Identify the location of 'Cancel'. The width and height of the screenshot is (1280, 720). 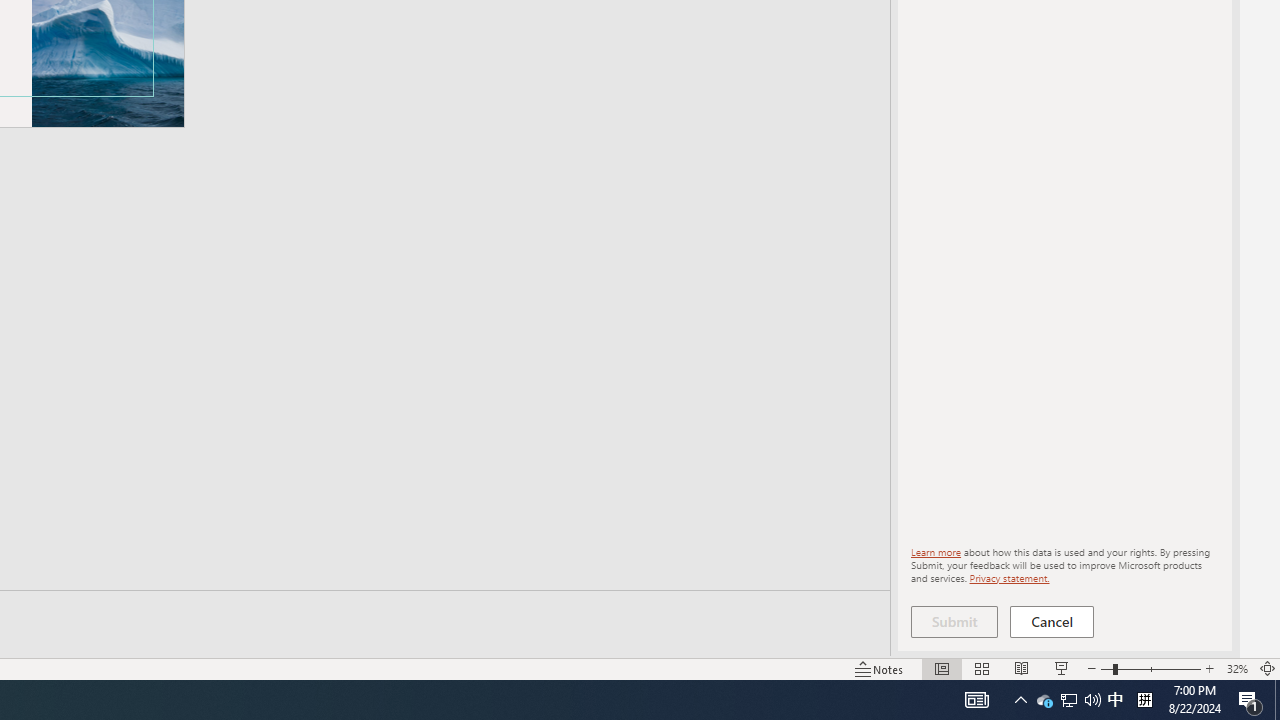
(1051, 621).